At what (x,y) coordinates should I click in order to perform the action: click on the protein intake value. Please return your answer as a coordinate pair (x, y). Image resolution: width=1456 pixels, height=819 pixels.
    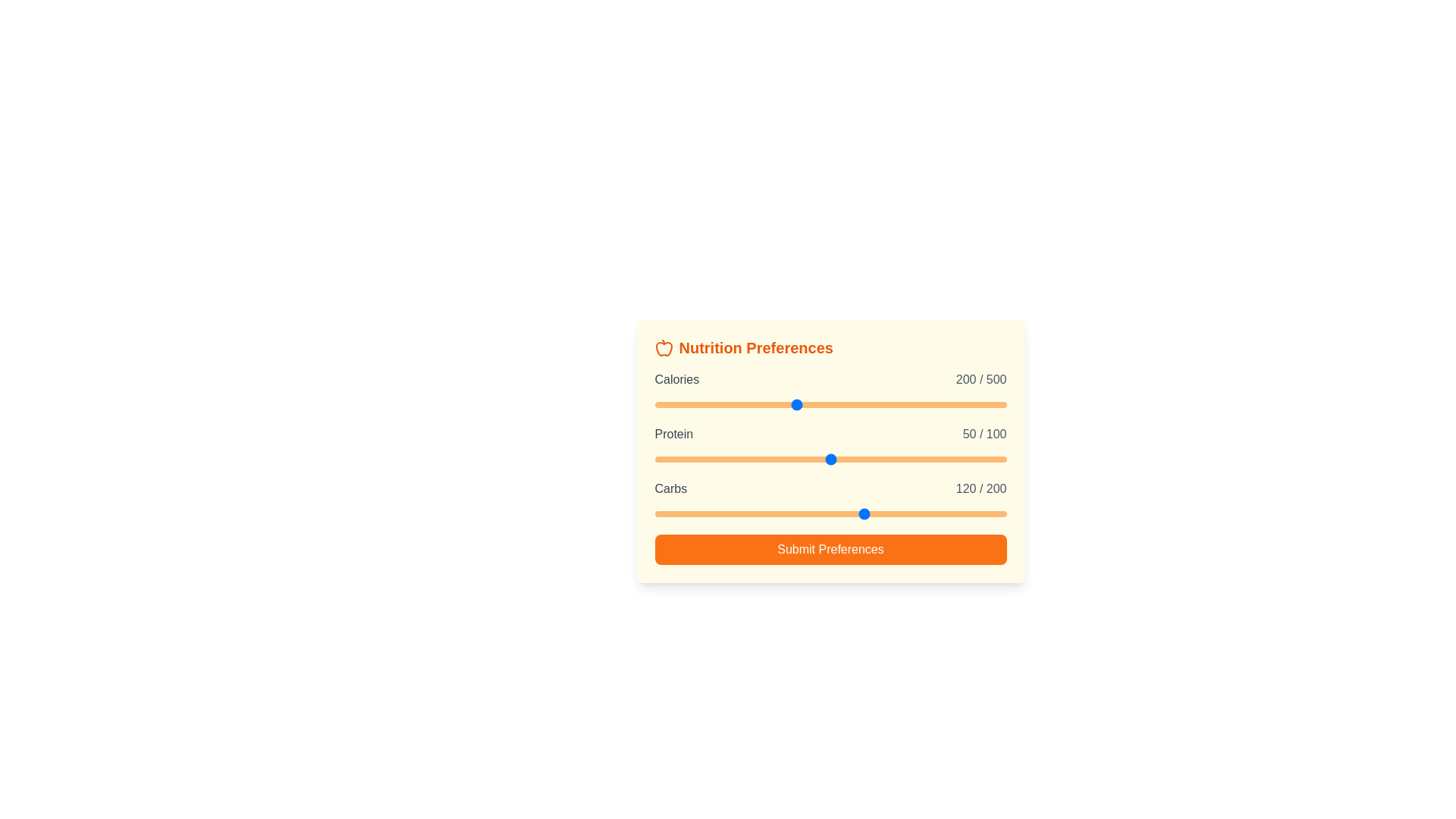
    Looking at the image, I should click on (1003, 458).